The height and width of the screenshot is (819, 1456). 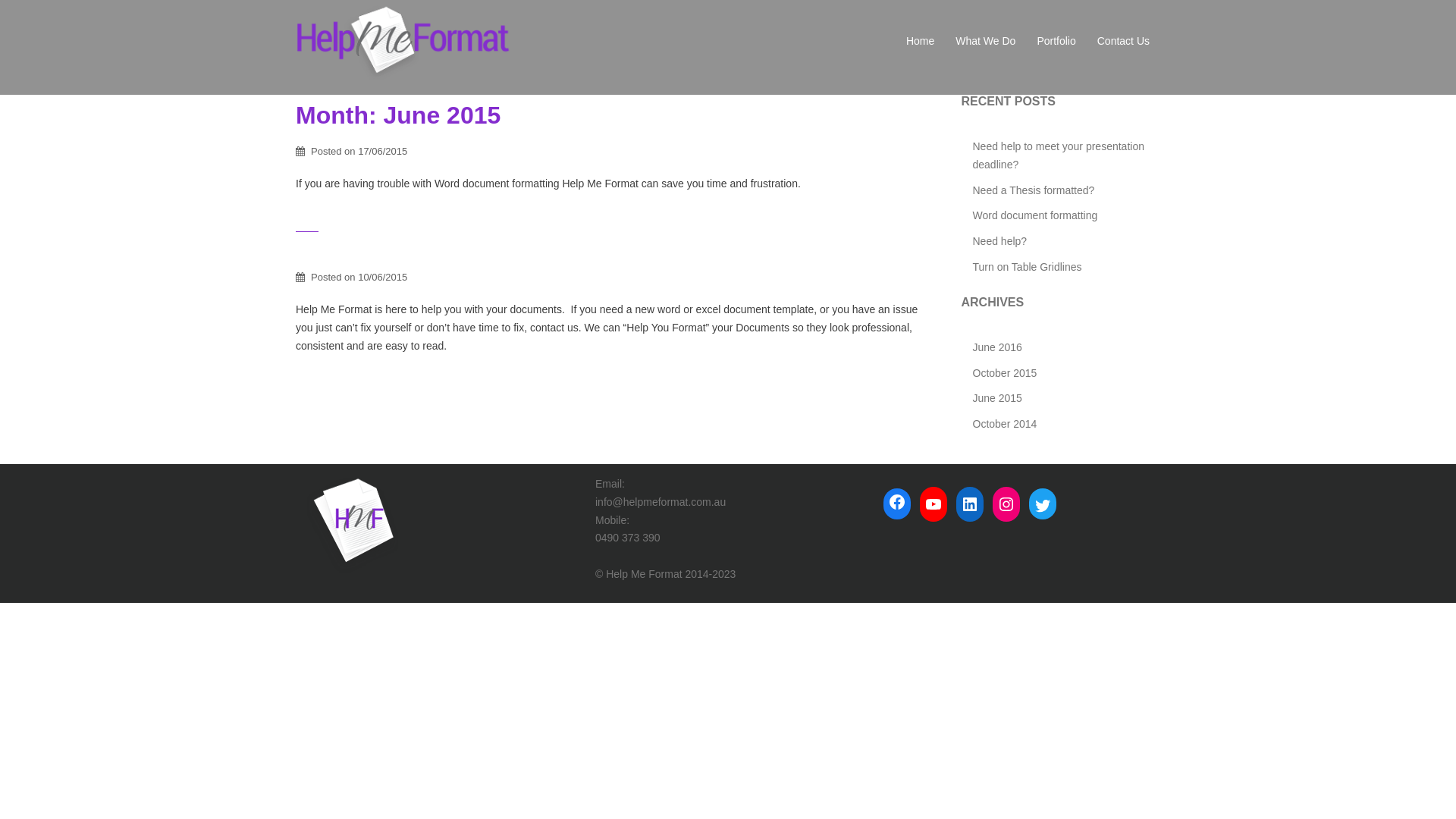 I want to click on 'Facebook', so click(x=896, y=502).